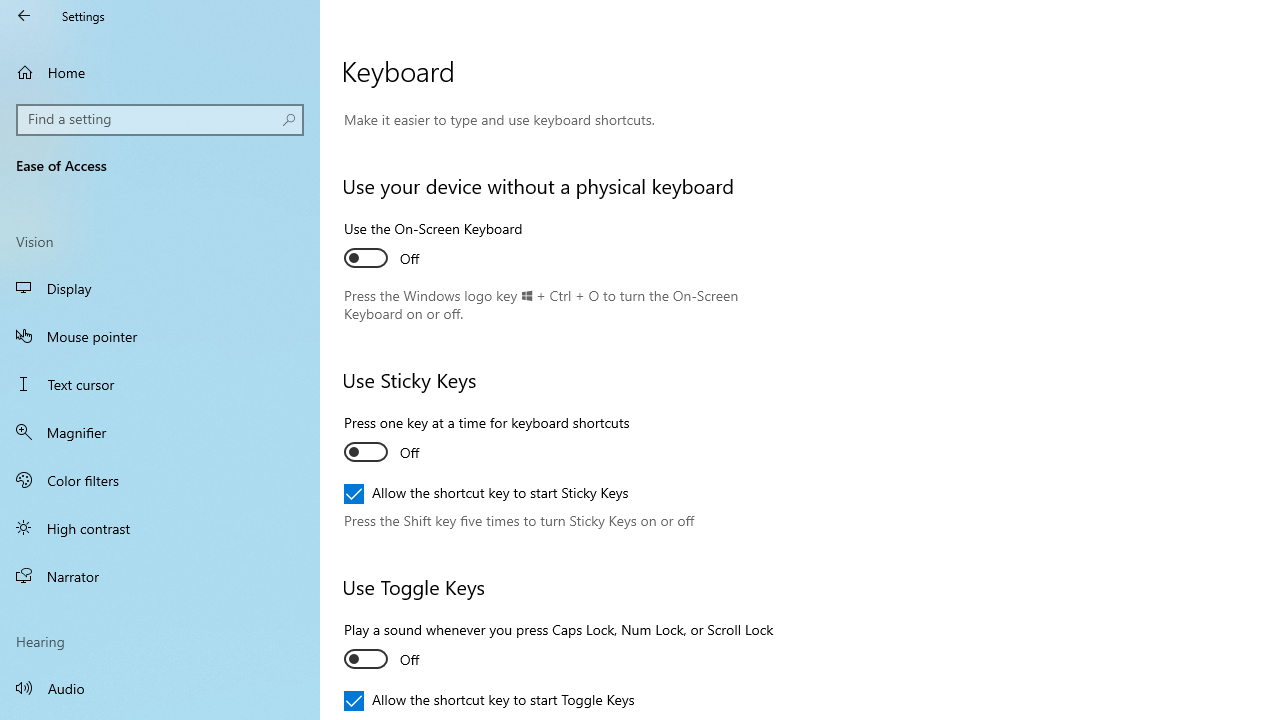  What do you see at coordinates (160, 384) in the screenshot?
I see `'Text cursor'` at bounding box center [160, 384].